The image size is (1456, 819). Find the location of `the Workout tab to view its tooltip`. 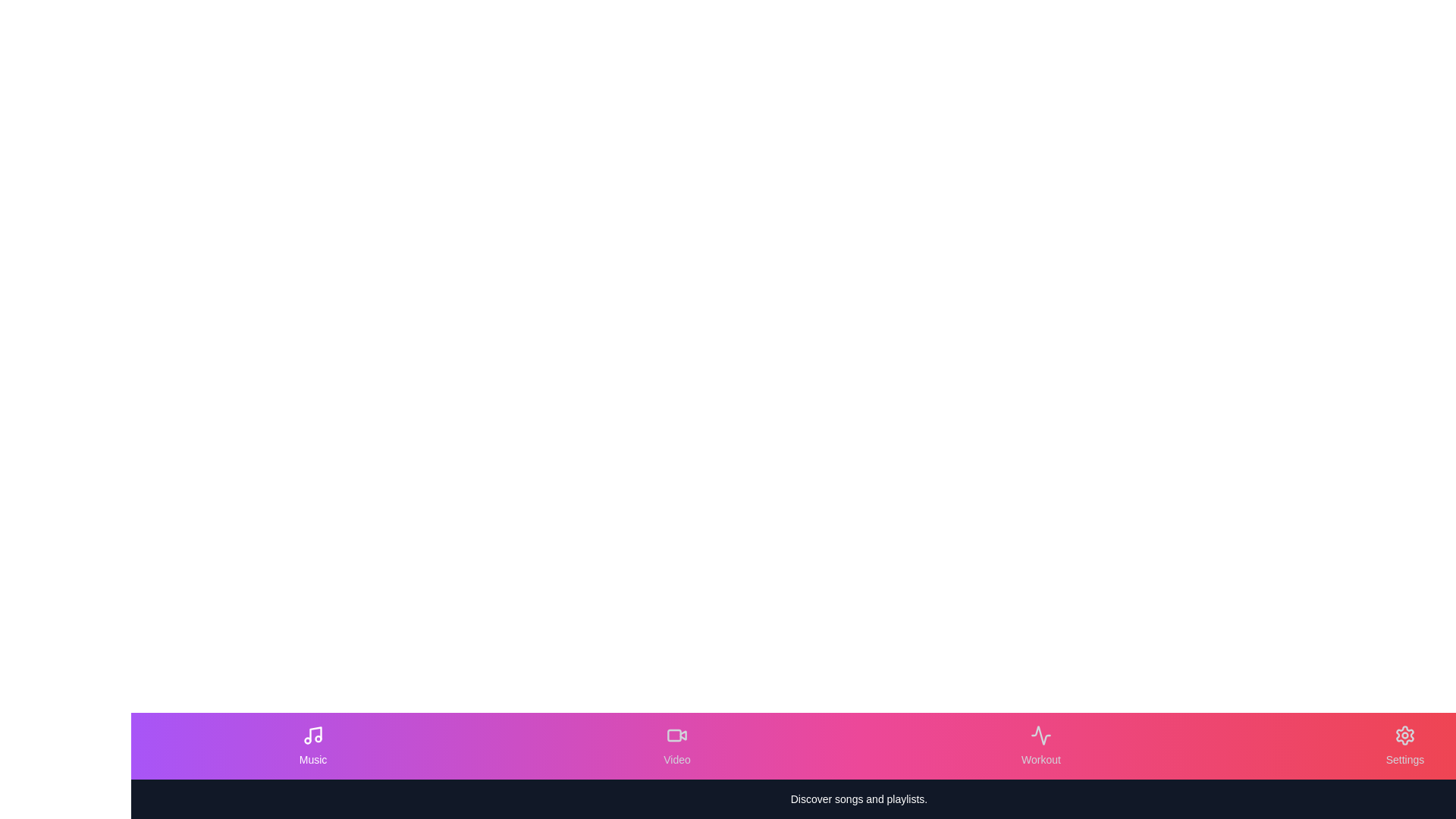

the Workout tab to view its tooltip is located at coordinates (1040, 745).